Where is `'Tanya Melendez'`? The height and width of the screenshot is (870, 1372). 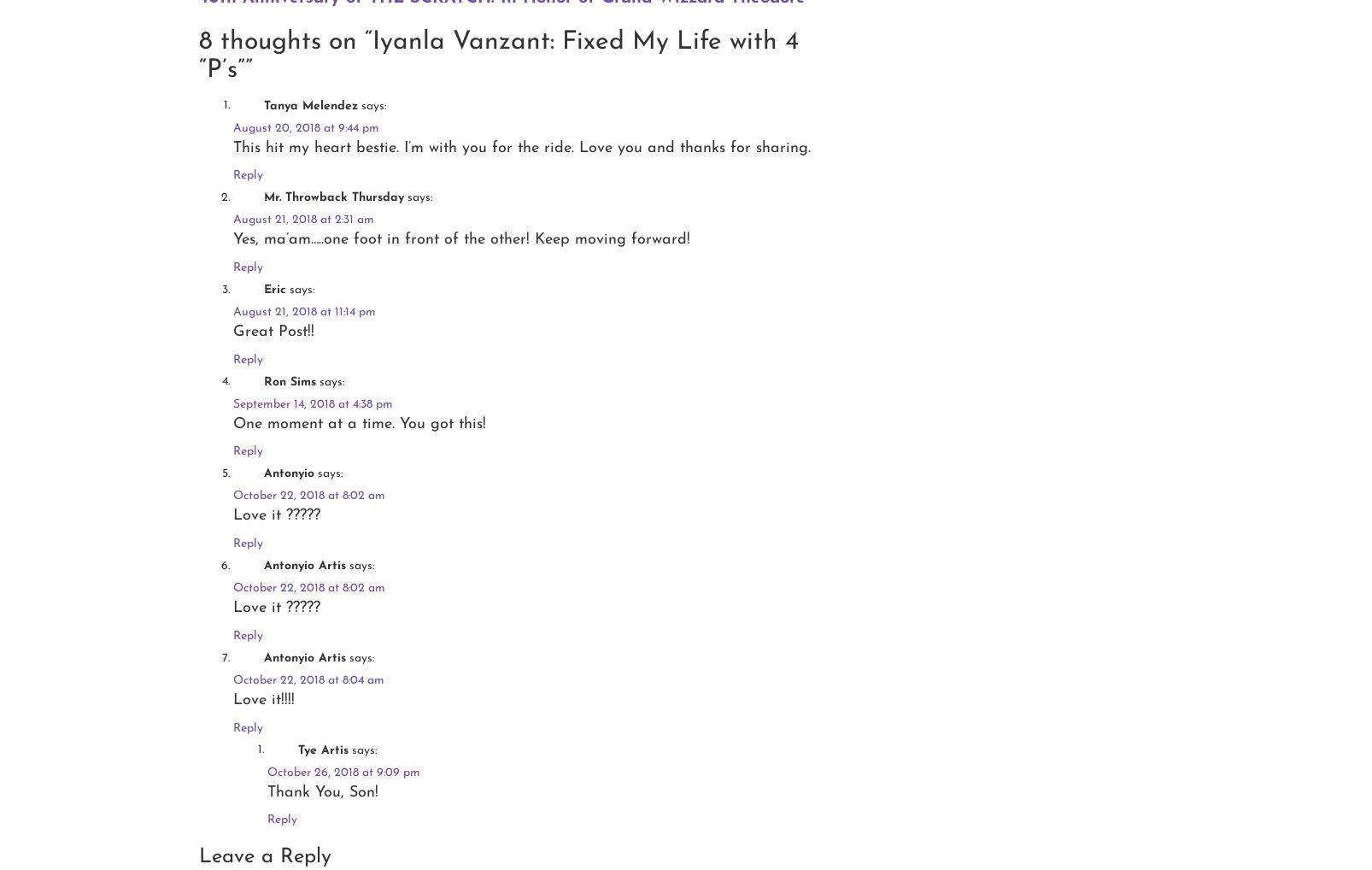
'Tanya Melendez' is located at coordinates (263, 104).